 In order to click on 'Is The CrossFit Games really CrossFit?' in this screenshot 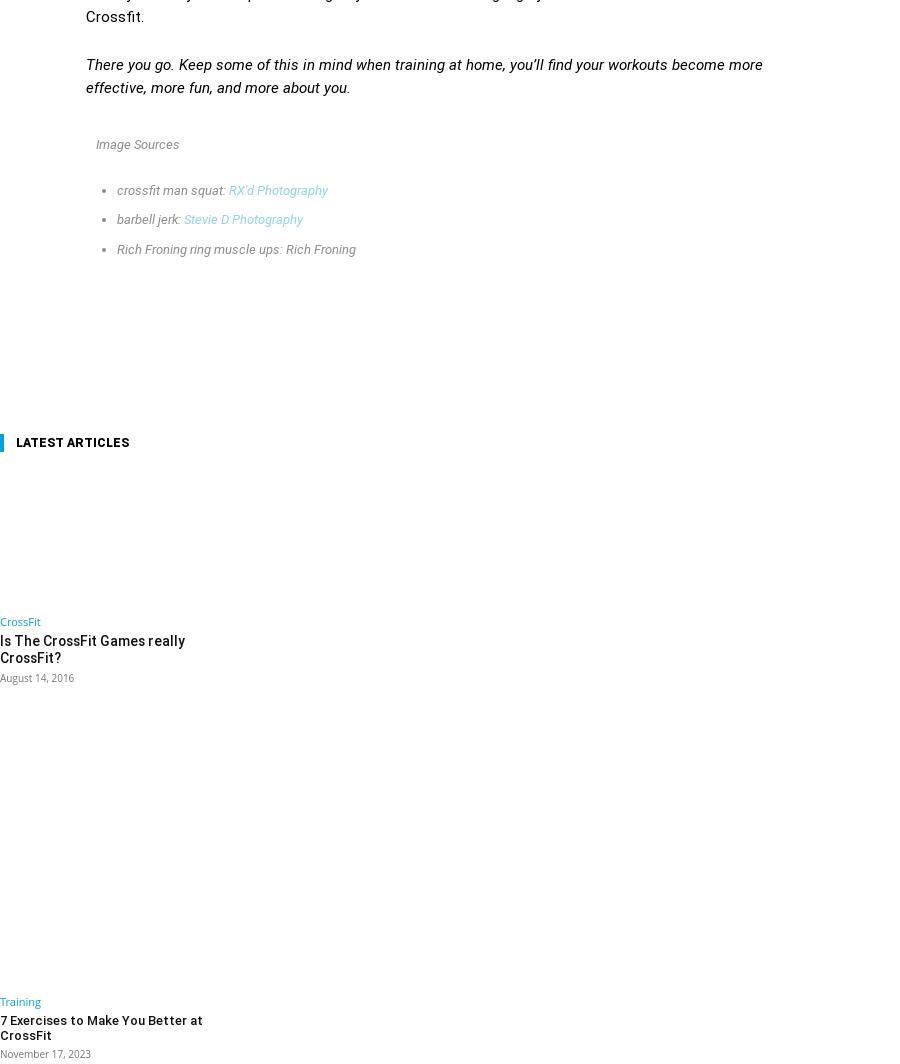, I will do `click(83, 648)`.